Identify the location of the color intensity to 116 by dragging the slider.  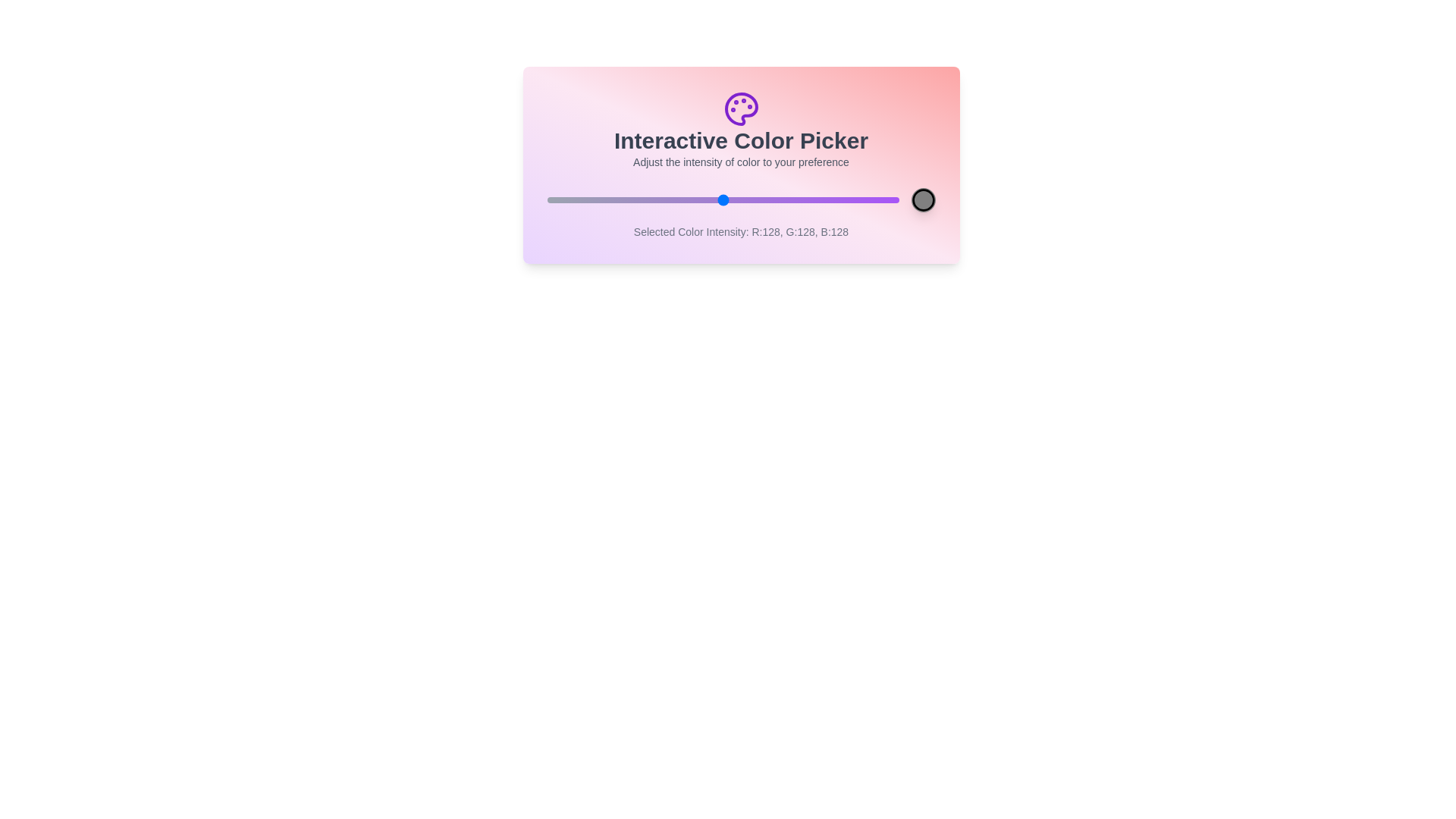
(705, 199).